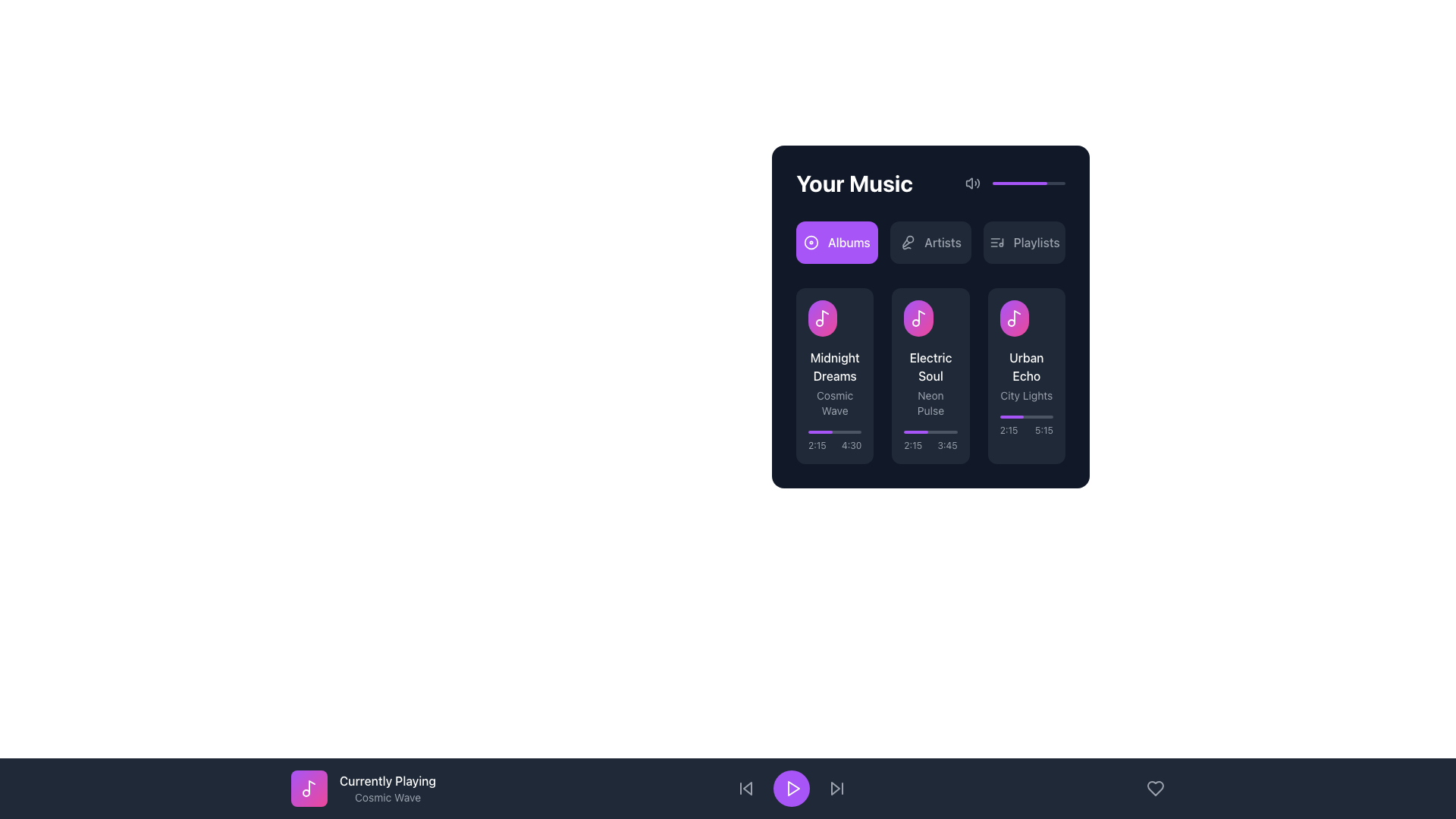 This screenshot has height=819, width=1456. I want to click on the text label displaying the duration '3:45', which is styled with a small font size and light gray color, located at the bottom of the card for the 'Electric Soul' album in the 'Your Music' section, so click(946, 444).